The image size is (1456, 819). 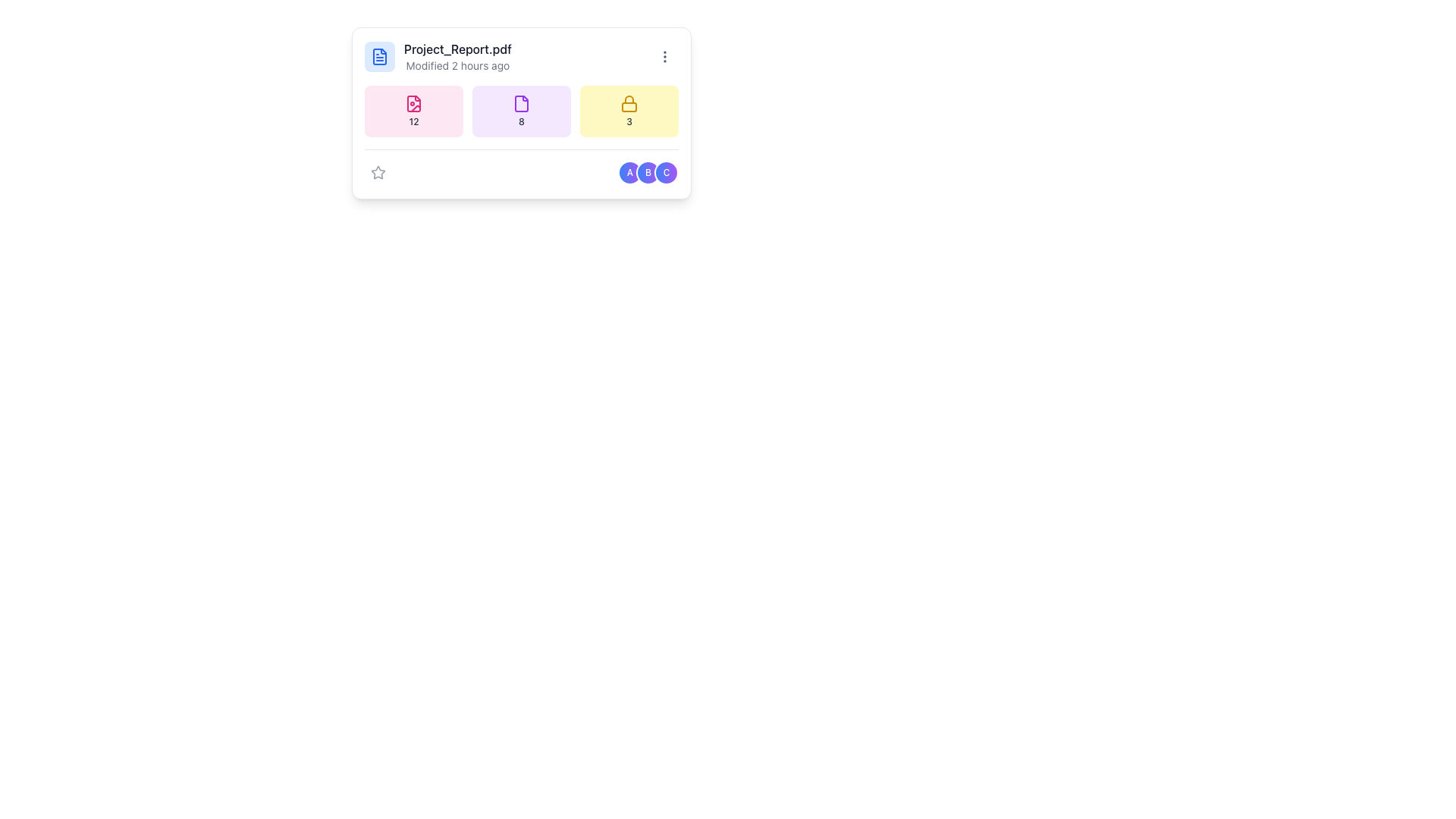 What do you see at coordinates (665, 55) in the screenshot?
I see `the 'More options' icon located in the top-right corner of the card layout` at bounding box center [665, 55].